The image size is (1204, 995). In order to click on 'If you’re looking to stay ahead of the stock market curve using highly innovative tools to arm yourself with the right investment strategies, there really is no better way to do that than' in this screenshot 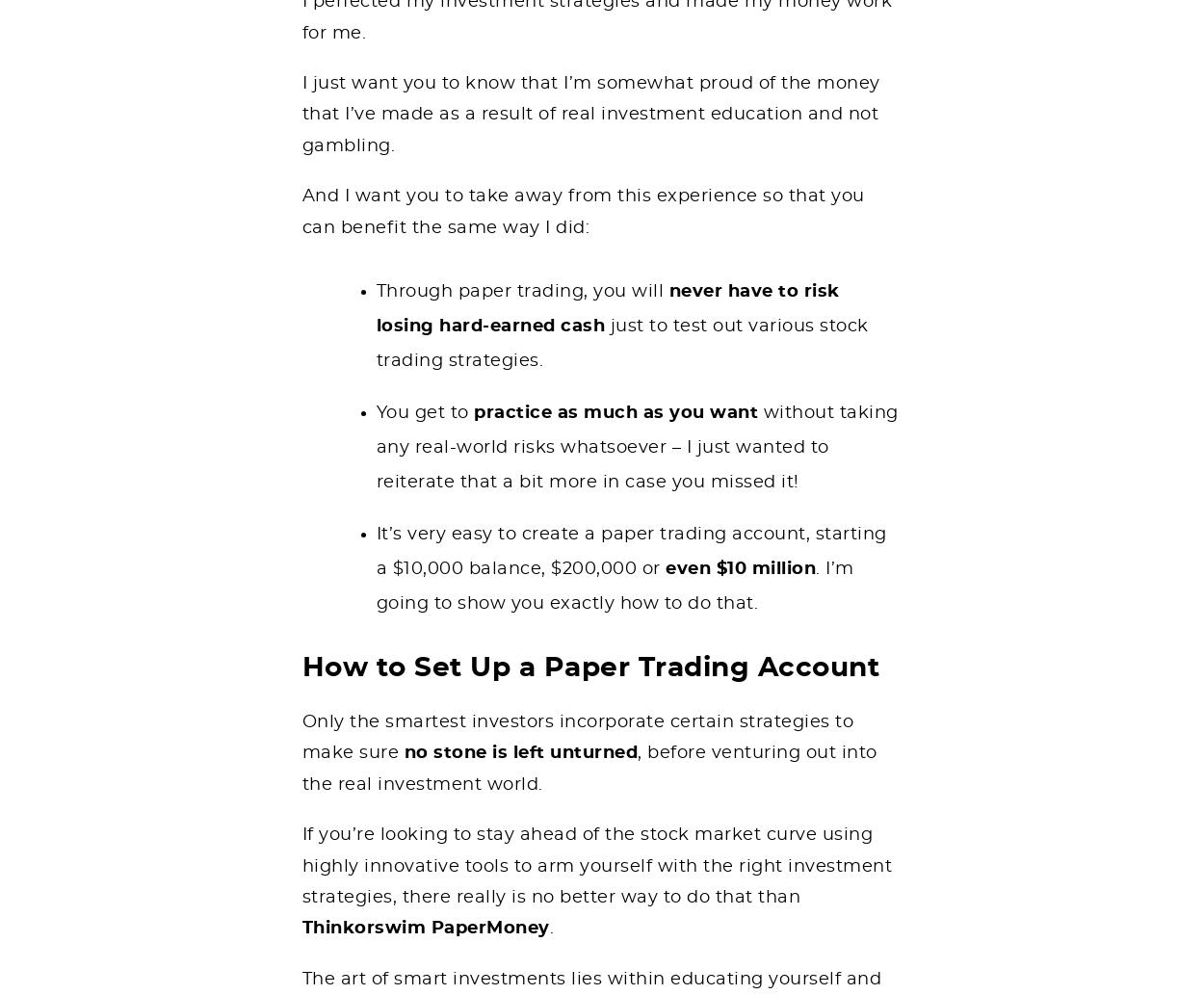, I will do `click(595, 865)`.